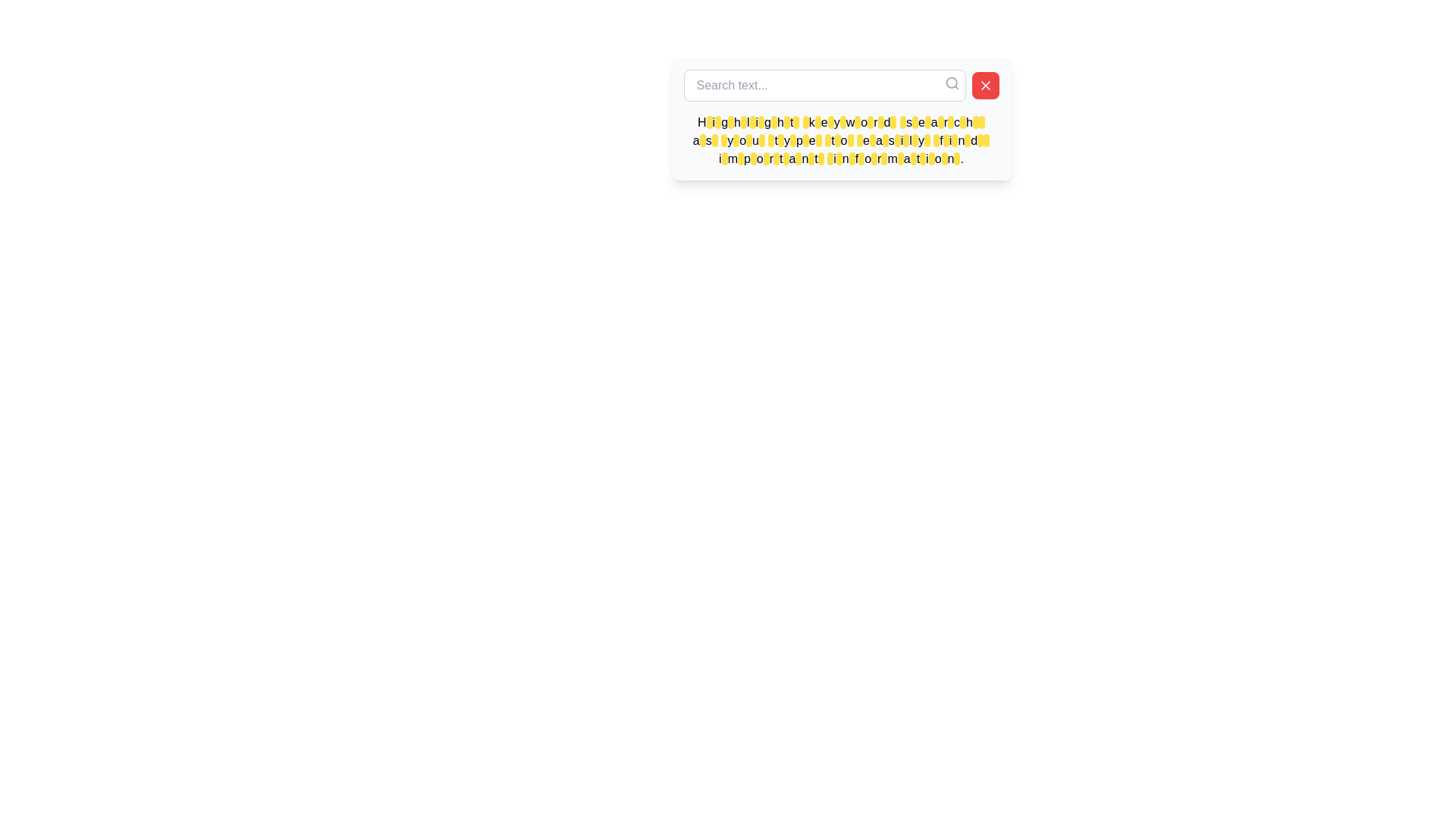  I want to click on the 18th highlighted keyword in the searchable informational text, which is visually aligned at the end of the first line of the text block, so click(902, 121).